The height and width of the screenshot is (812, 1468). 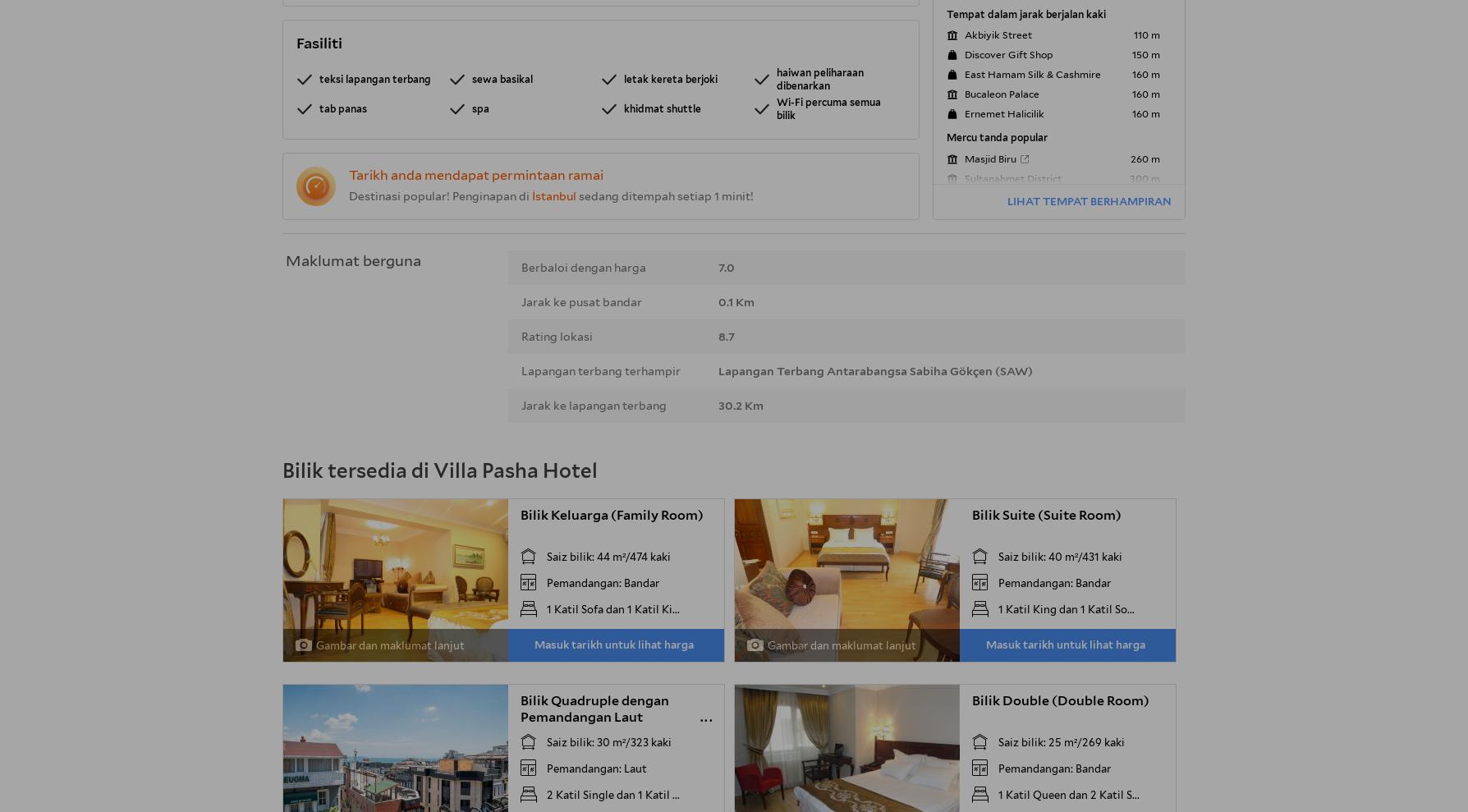 I want to click on '110 m', so click(x=1146, y=34).